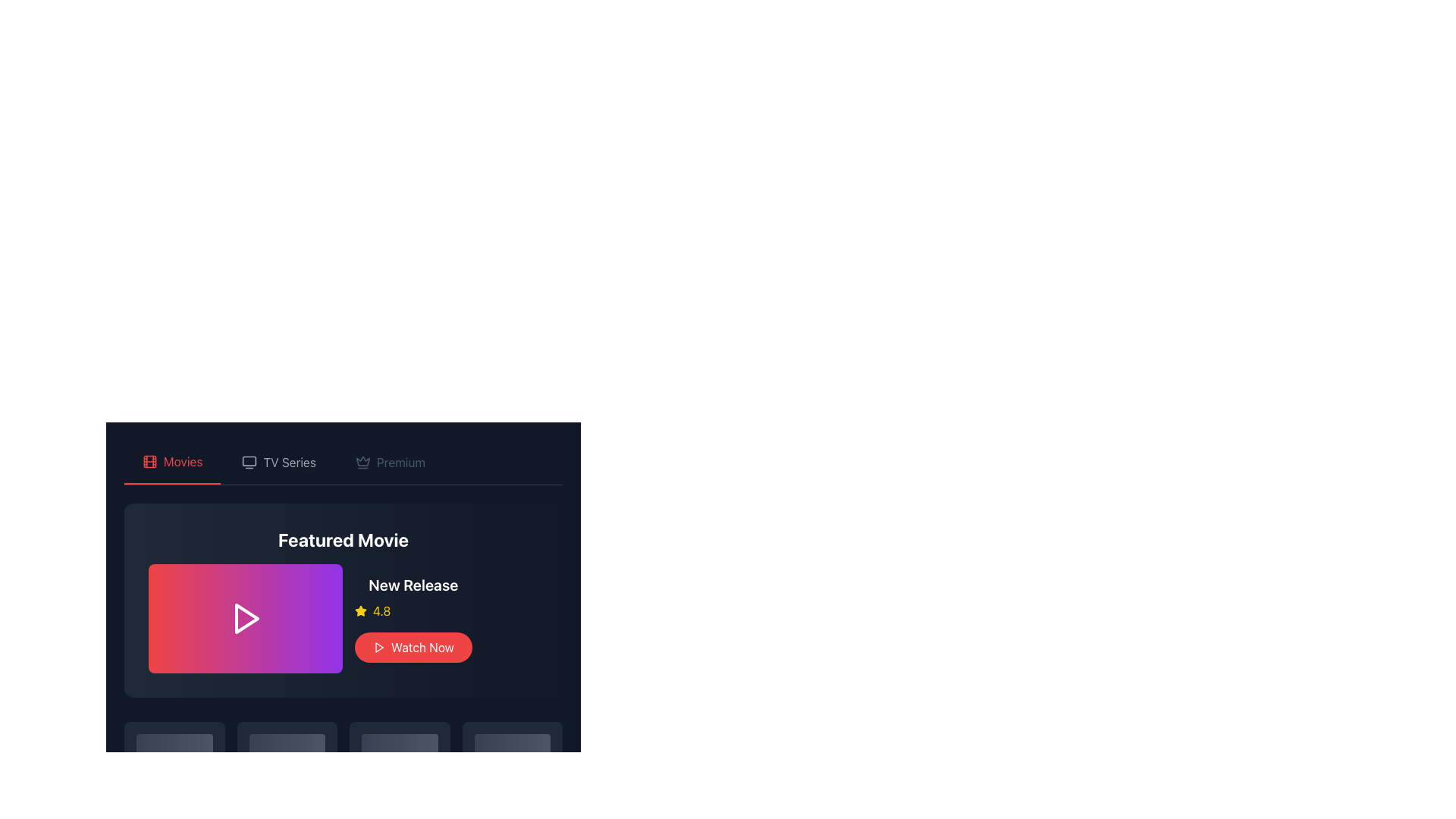 The height and width of the screenshot is (819, 1456). What do you see at coordinates (378, 647) in the screenshot?
I see `the play icon within the 'Watch Now' button` at bounding box center [378, 647].